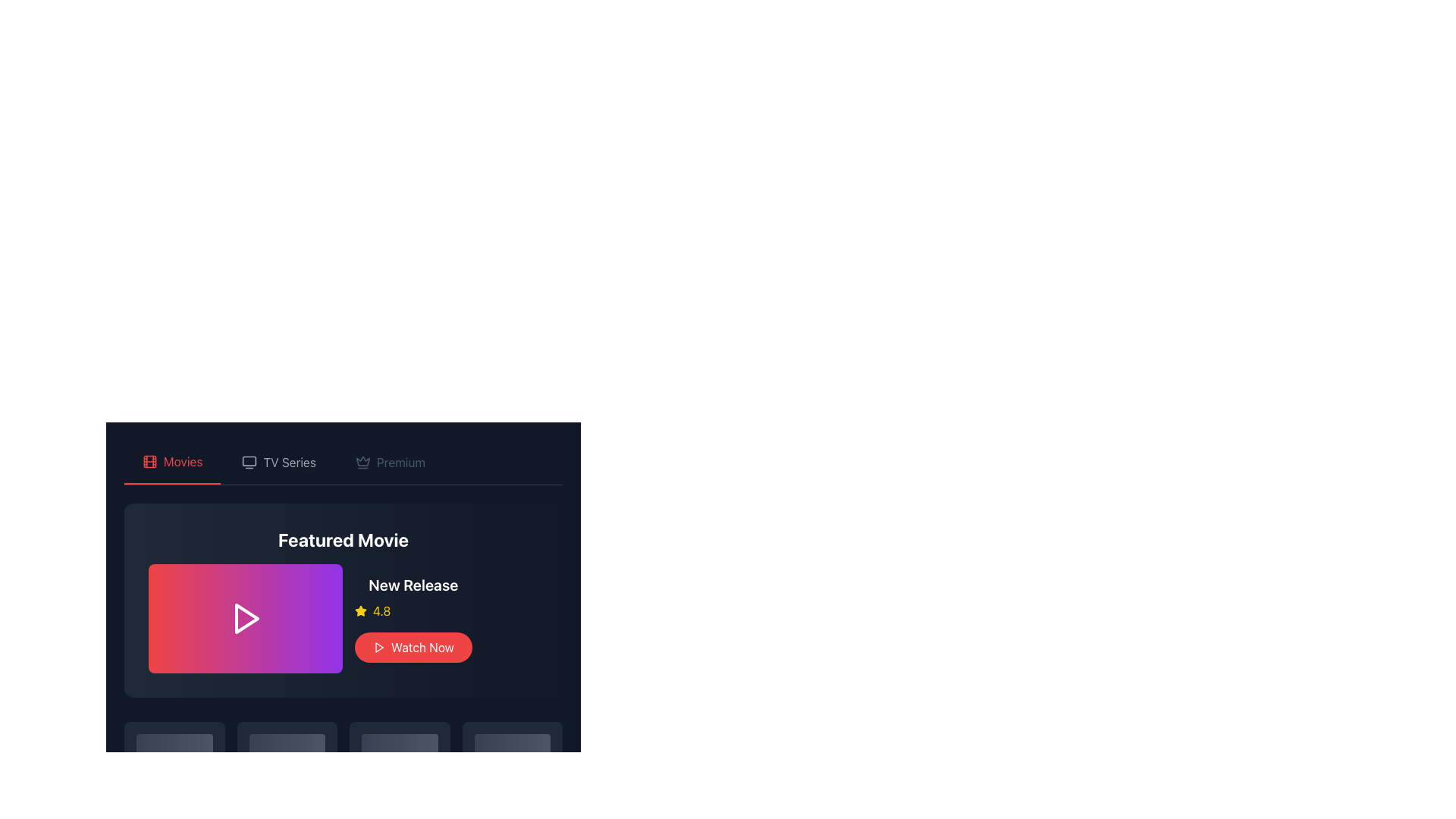 The height and width of the screenshot is (819, 1456). What do you see at coordinates (378, 647) in the screenshot?
I see `the play icon within the 'Watch Now' button` at bounding box center [378, 647].